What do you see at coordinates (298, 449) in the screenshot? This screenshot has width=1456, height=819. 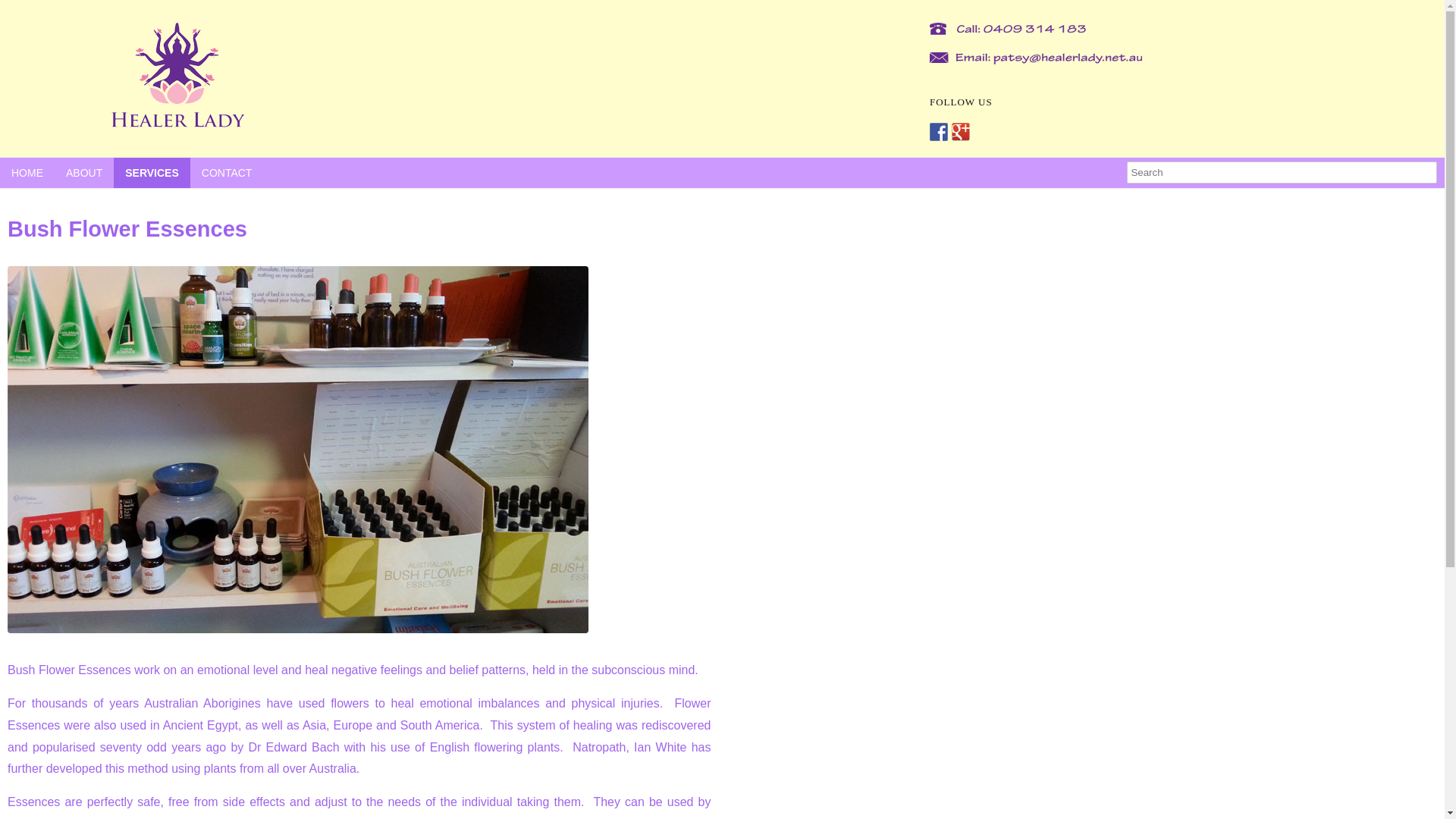 I see `'Bush Flower Essences'` at bounding box center [298, 449].